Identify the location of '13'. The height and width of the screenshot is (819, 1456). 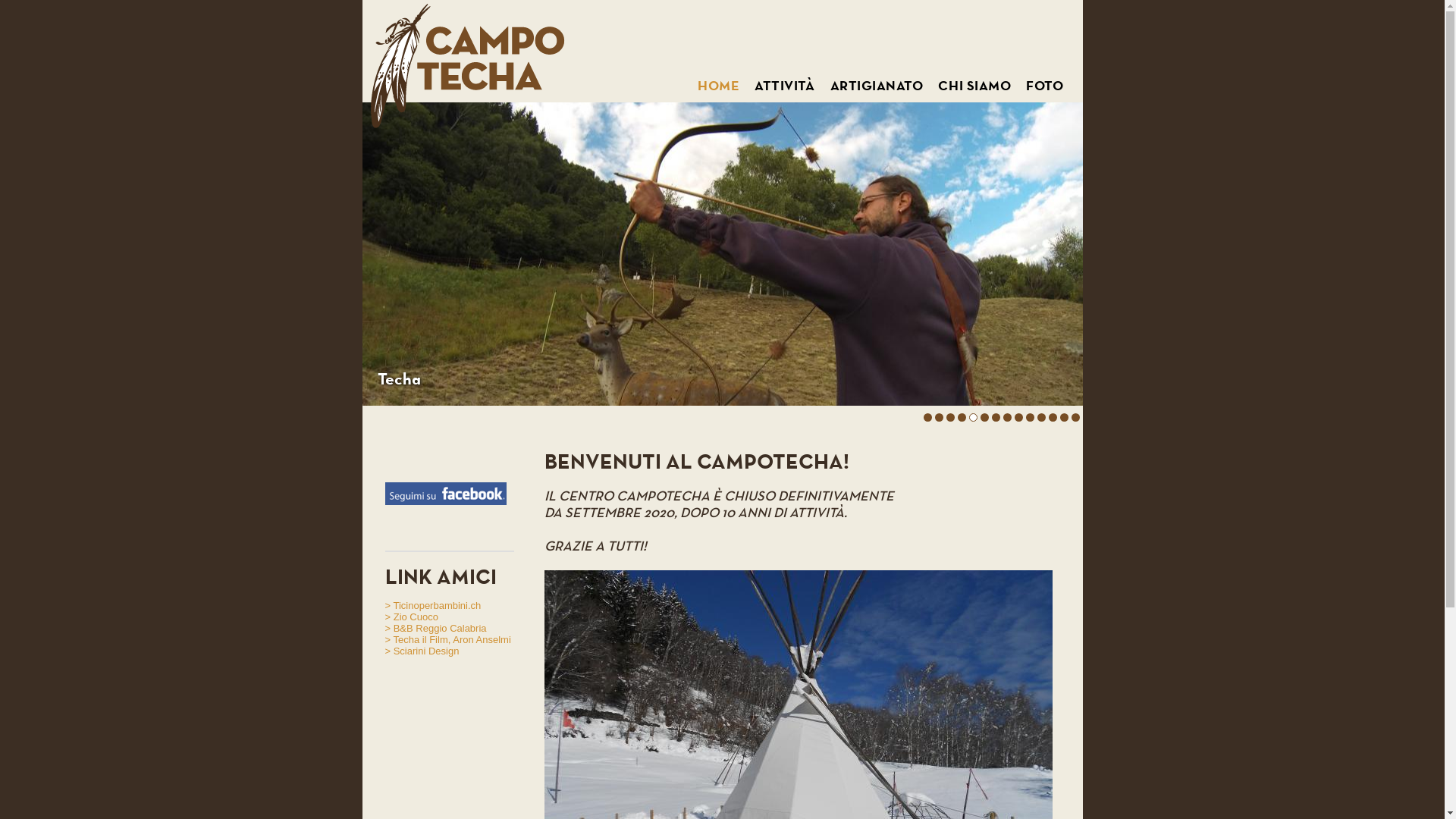
(1059, 419).